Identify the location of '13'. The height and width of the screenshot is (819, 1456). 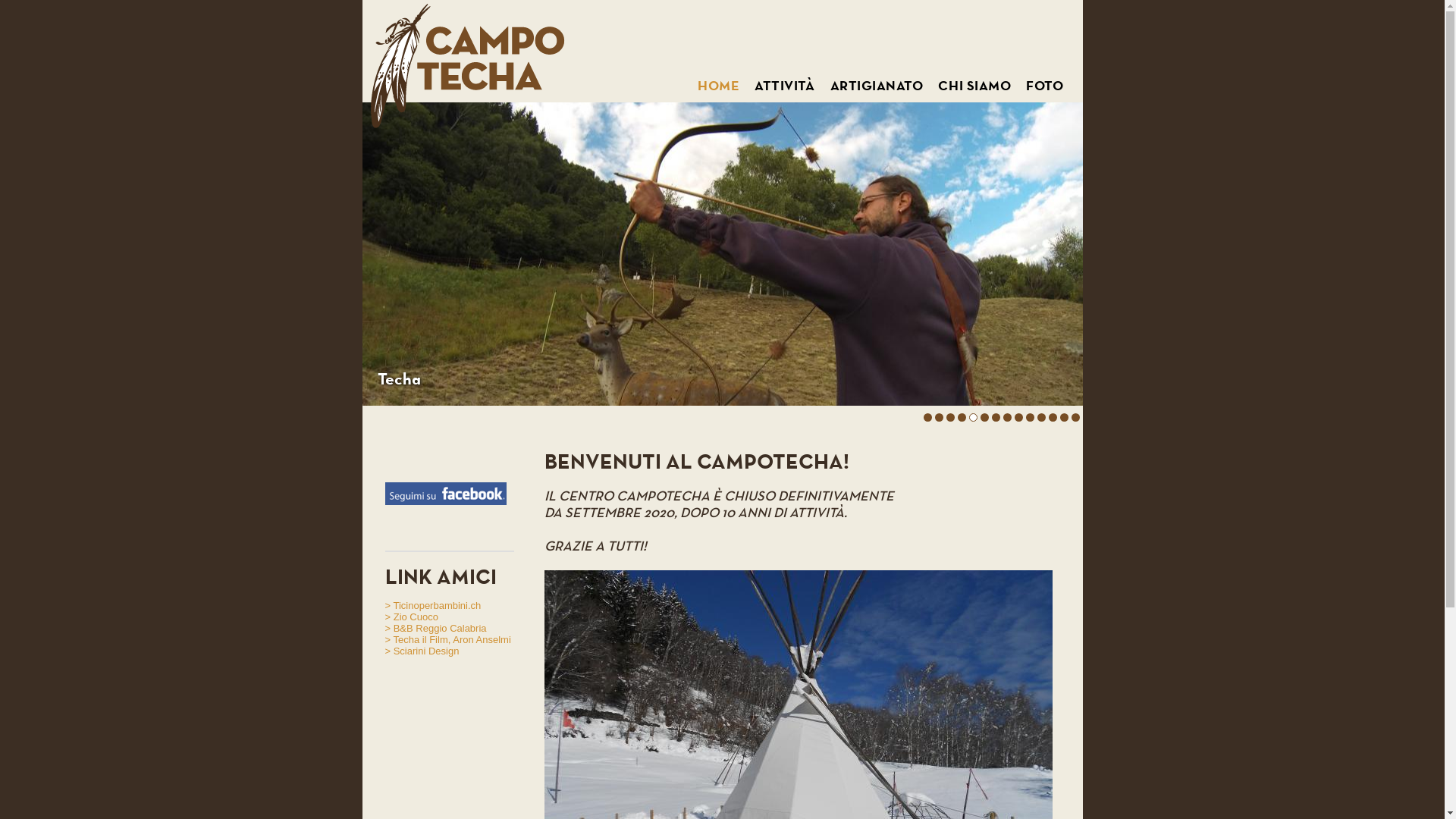
(1059, 419).